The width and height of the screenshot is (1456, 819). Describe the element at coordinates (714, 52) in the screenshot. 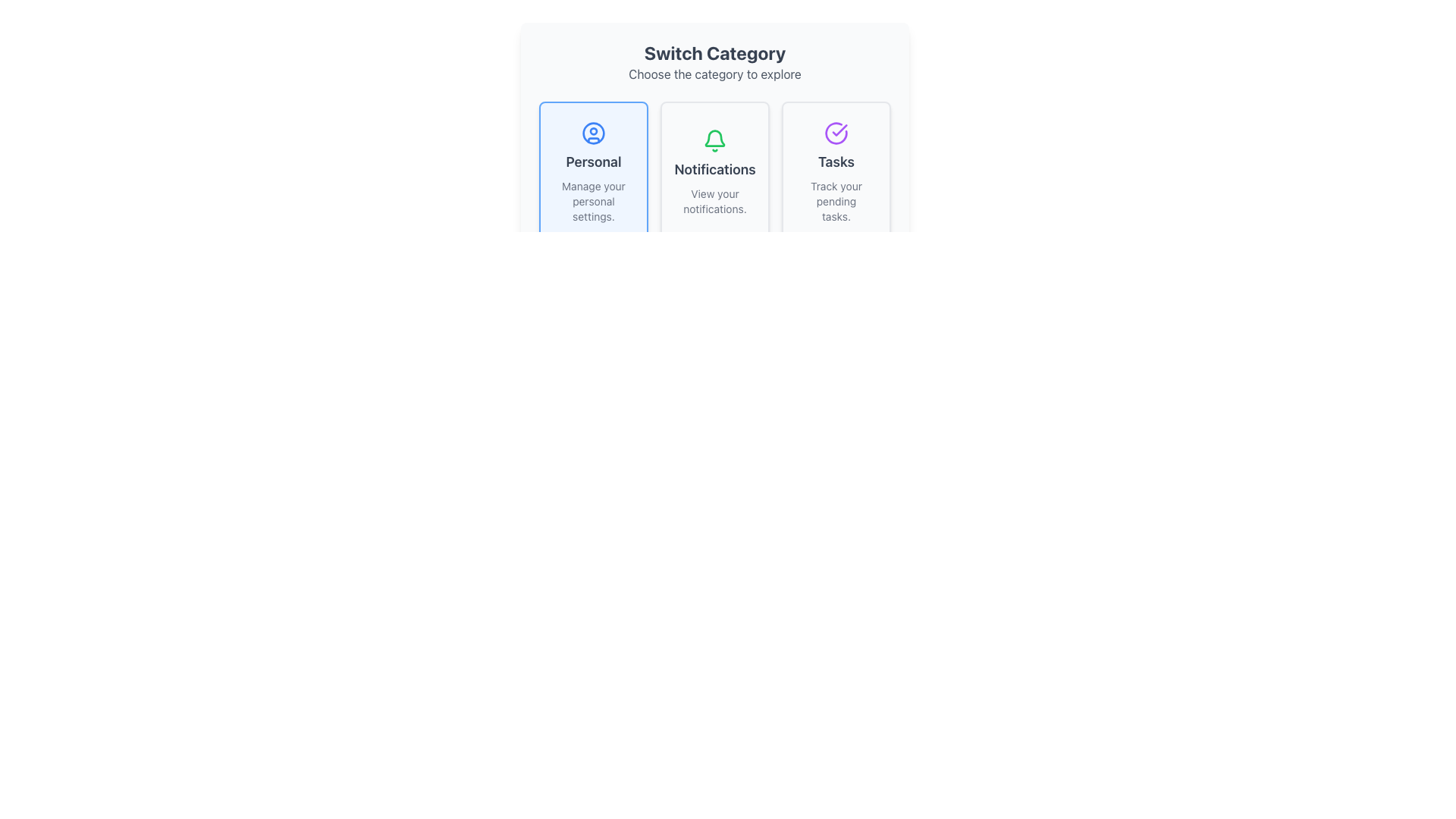

I see `the Text Label that serves as a heading to indicate the purpose of the section below, guiding users to select a category` at that location.